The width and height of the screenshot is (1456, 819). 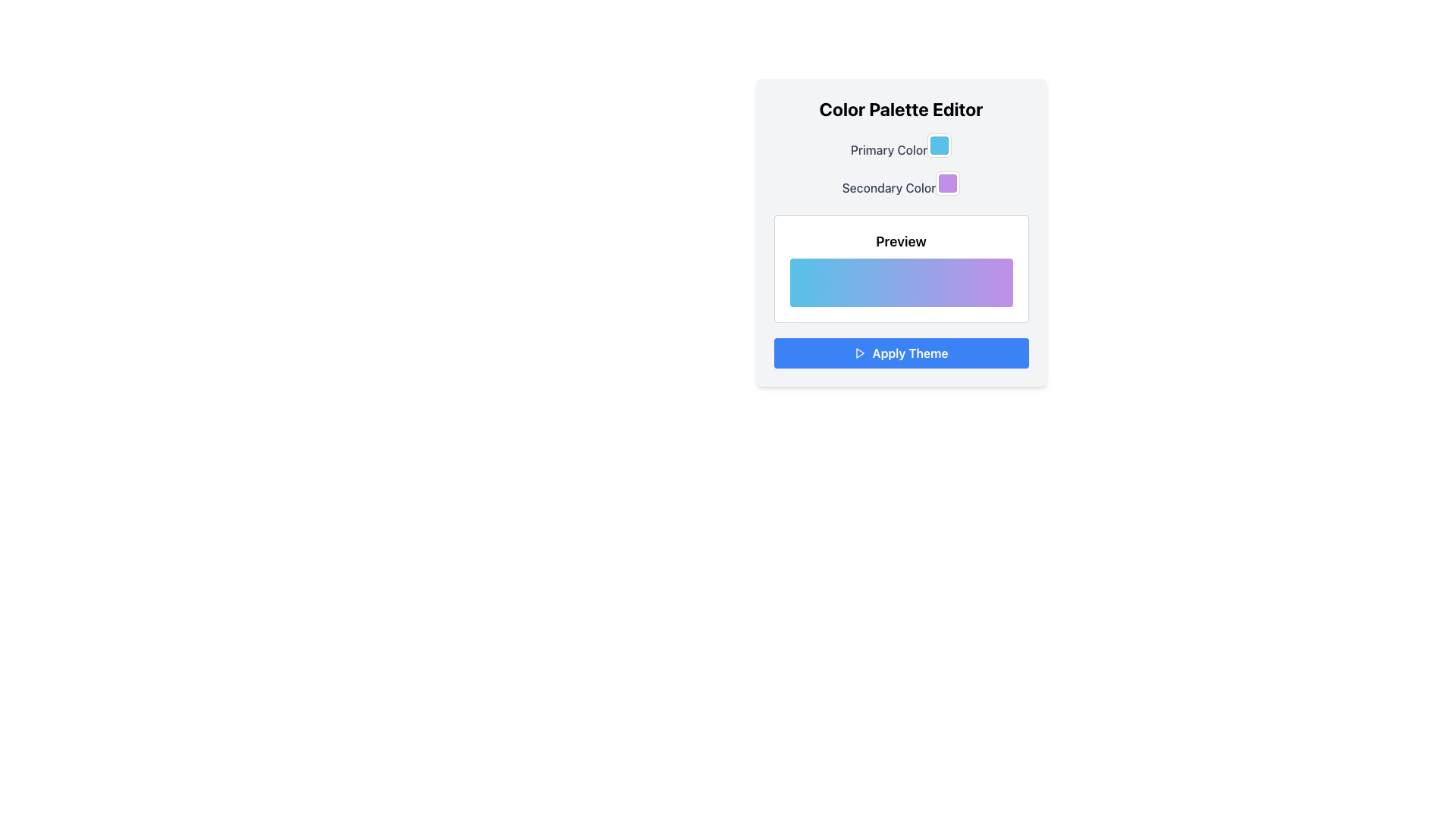 What do you see at coordinates (860, 353) in the screenshot?
I see `the Play Button icon located within the blue 'Apply Theme' button, which signifies the action of starting or playing a process` at bounding box center [860, 353].